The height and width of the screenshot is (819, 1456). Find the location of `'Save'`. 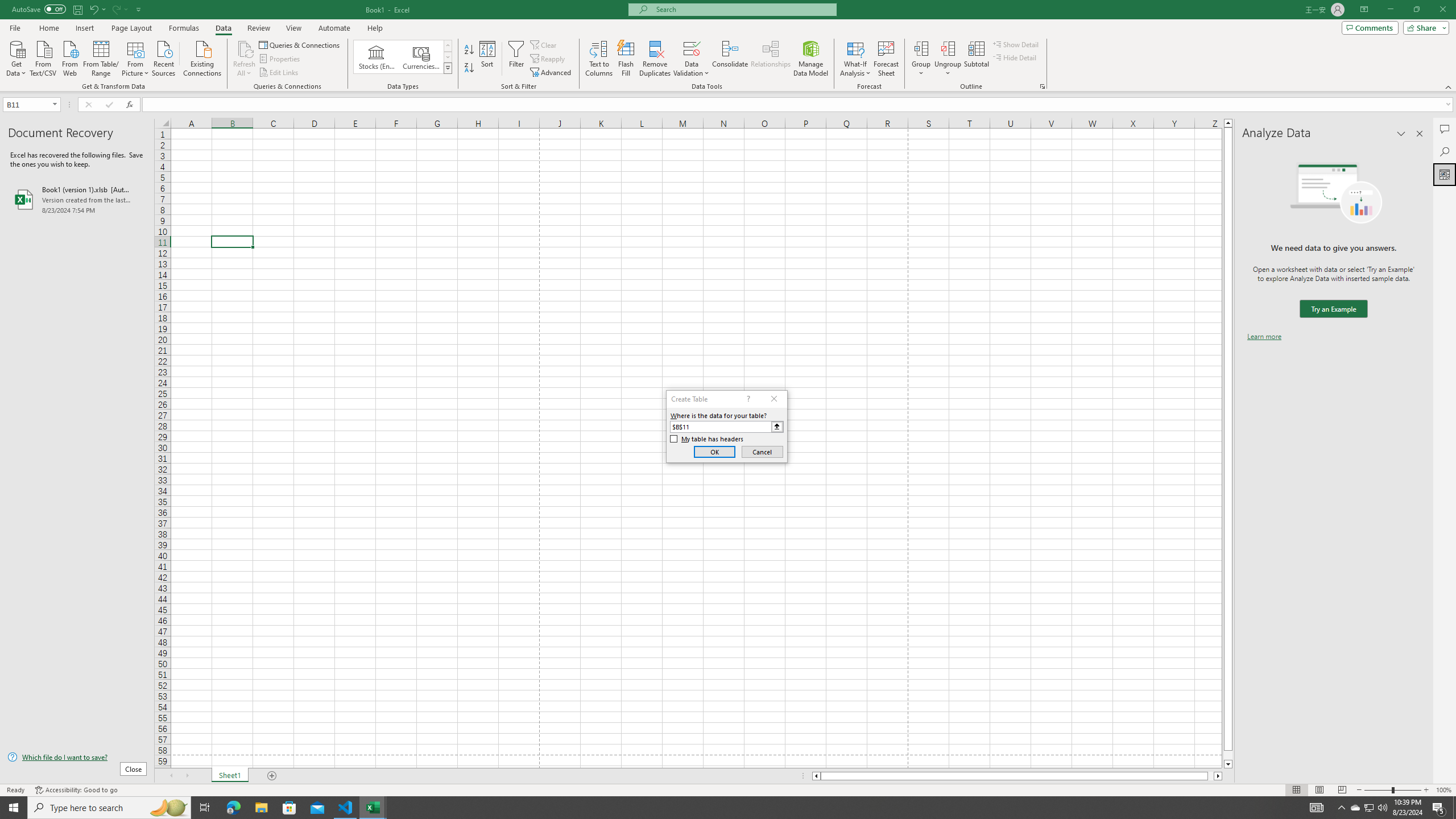

'Save' is located at coordinates (77, 9).